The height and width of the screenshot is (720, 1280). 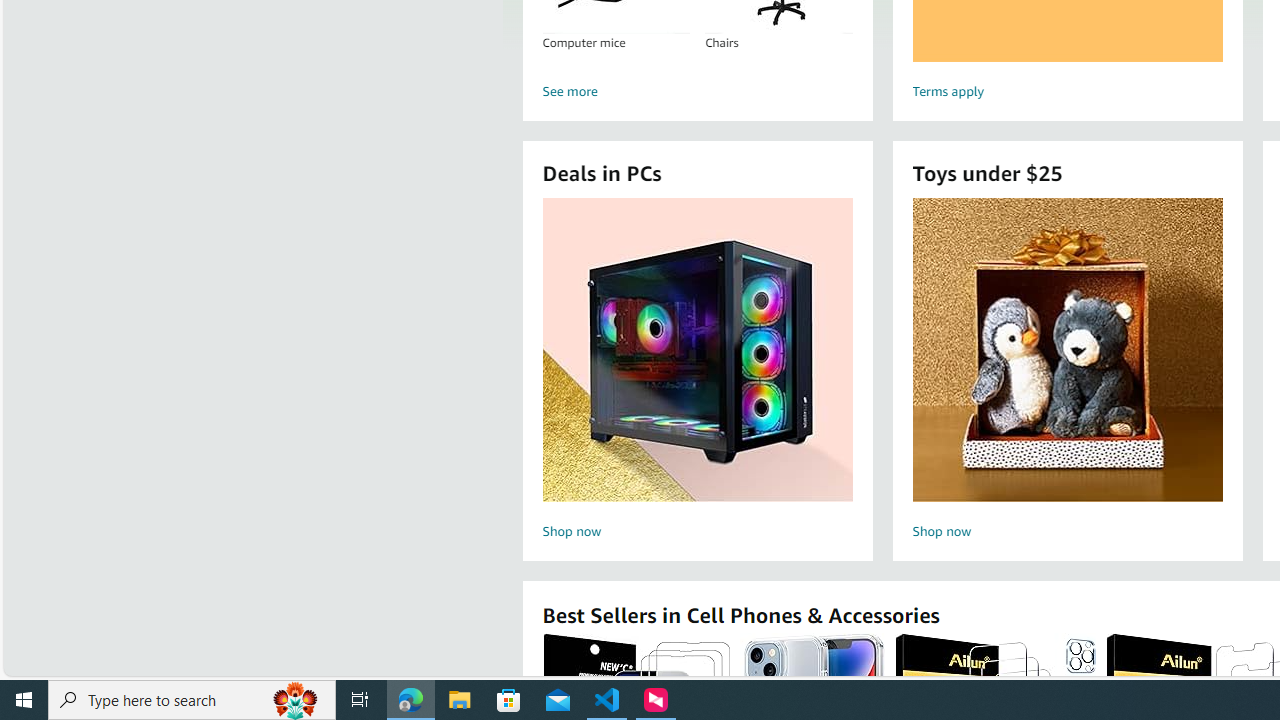 What do you see at coordinates (697, 371) in the screenshot?
I see `'Deals in PCs Shop now'` at bounding box center [697, 371].